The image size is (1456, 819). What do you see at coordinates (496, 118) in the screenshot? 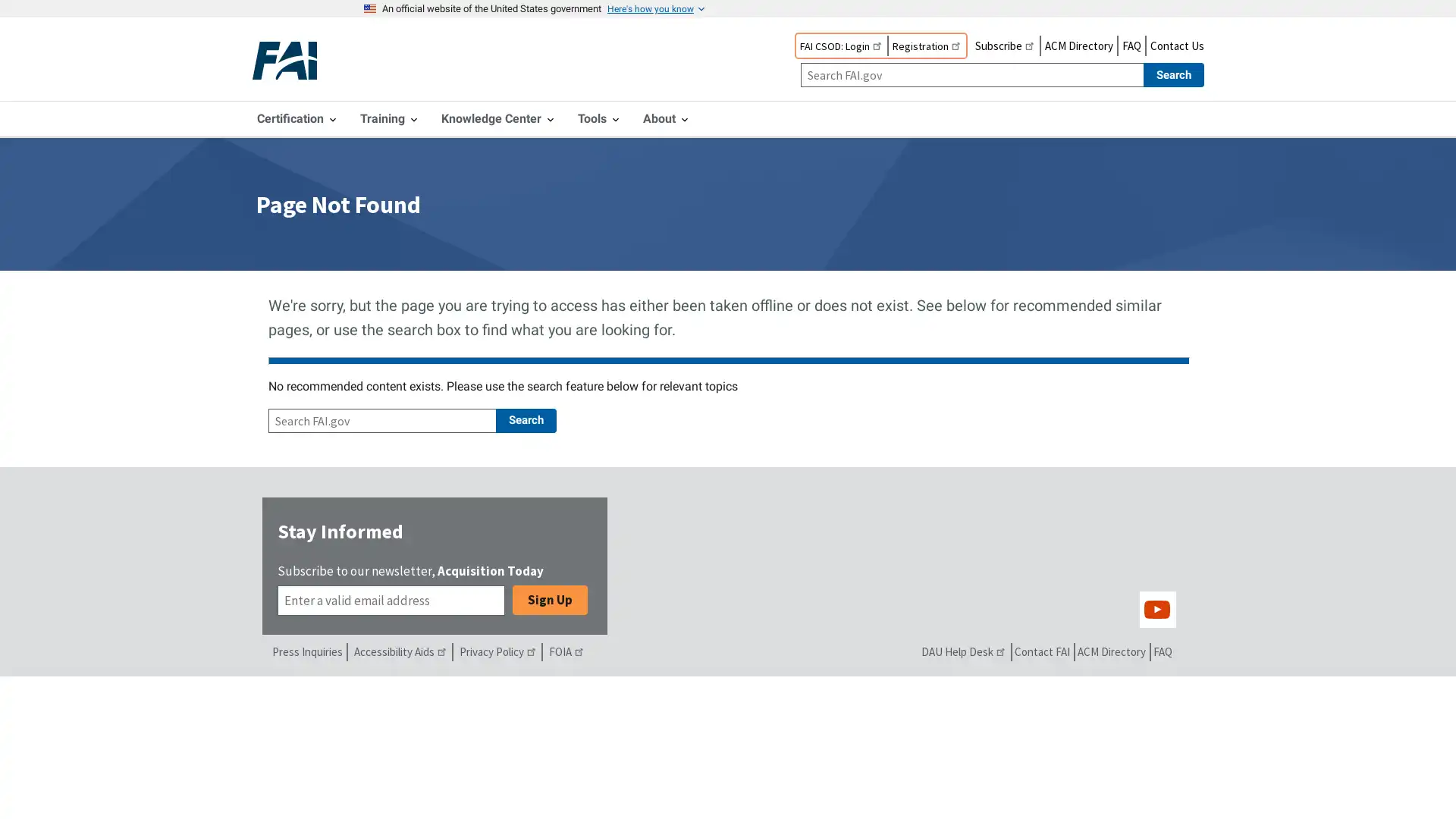
I see `Knowledge Center` at bounding box center [496, 118].